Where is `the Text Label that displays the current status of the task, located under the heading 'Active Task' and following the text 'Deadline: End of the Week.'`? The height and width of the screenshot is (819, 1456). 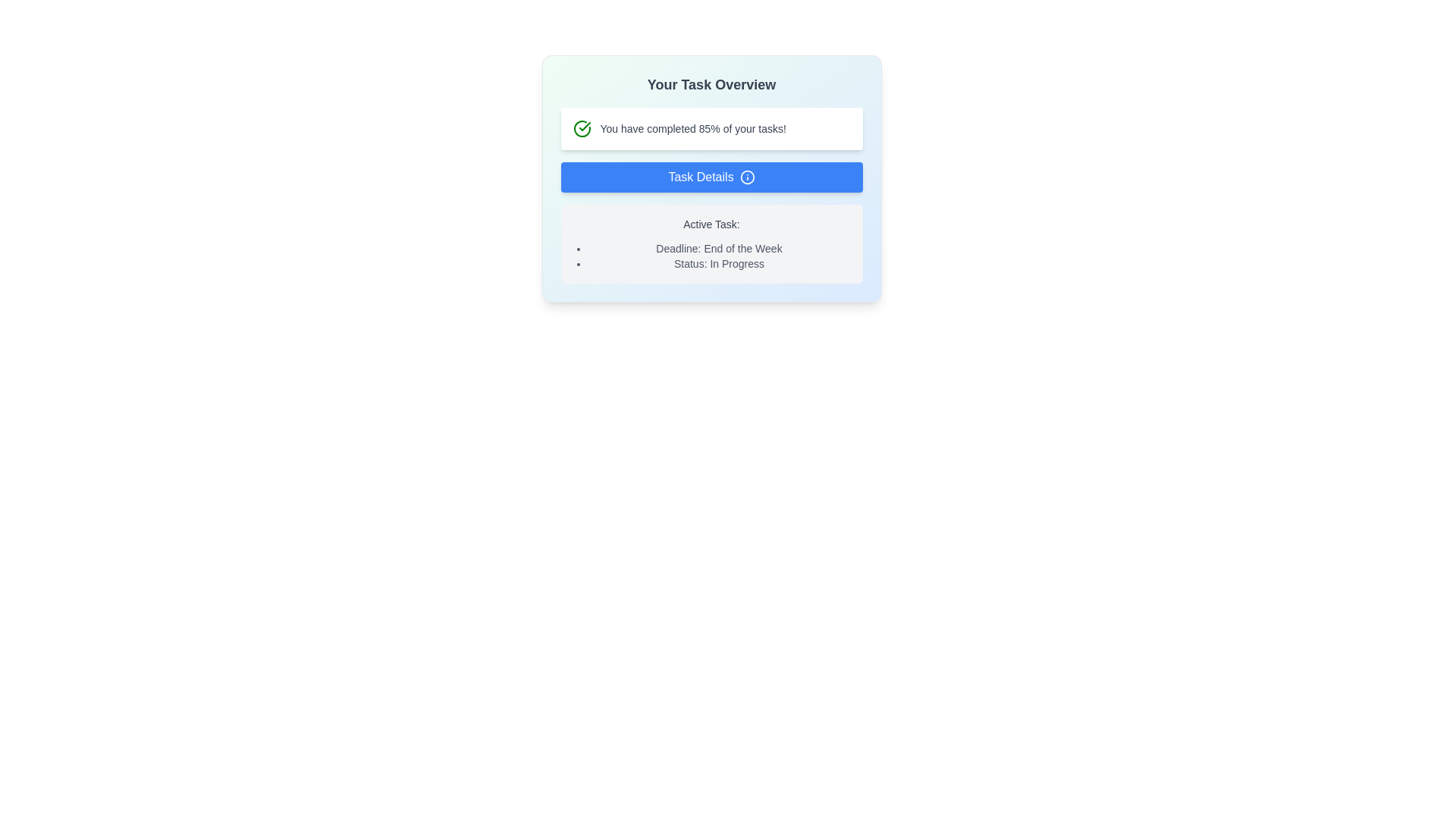 the Text Label that displays the current status of the task, located under the heading 'Active Task' and following the text 'Deadline: End of the Week.' is located at coordinates (718, 262).